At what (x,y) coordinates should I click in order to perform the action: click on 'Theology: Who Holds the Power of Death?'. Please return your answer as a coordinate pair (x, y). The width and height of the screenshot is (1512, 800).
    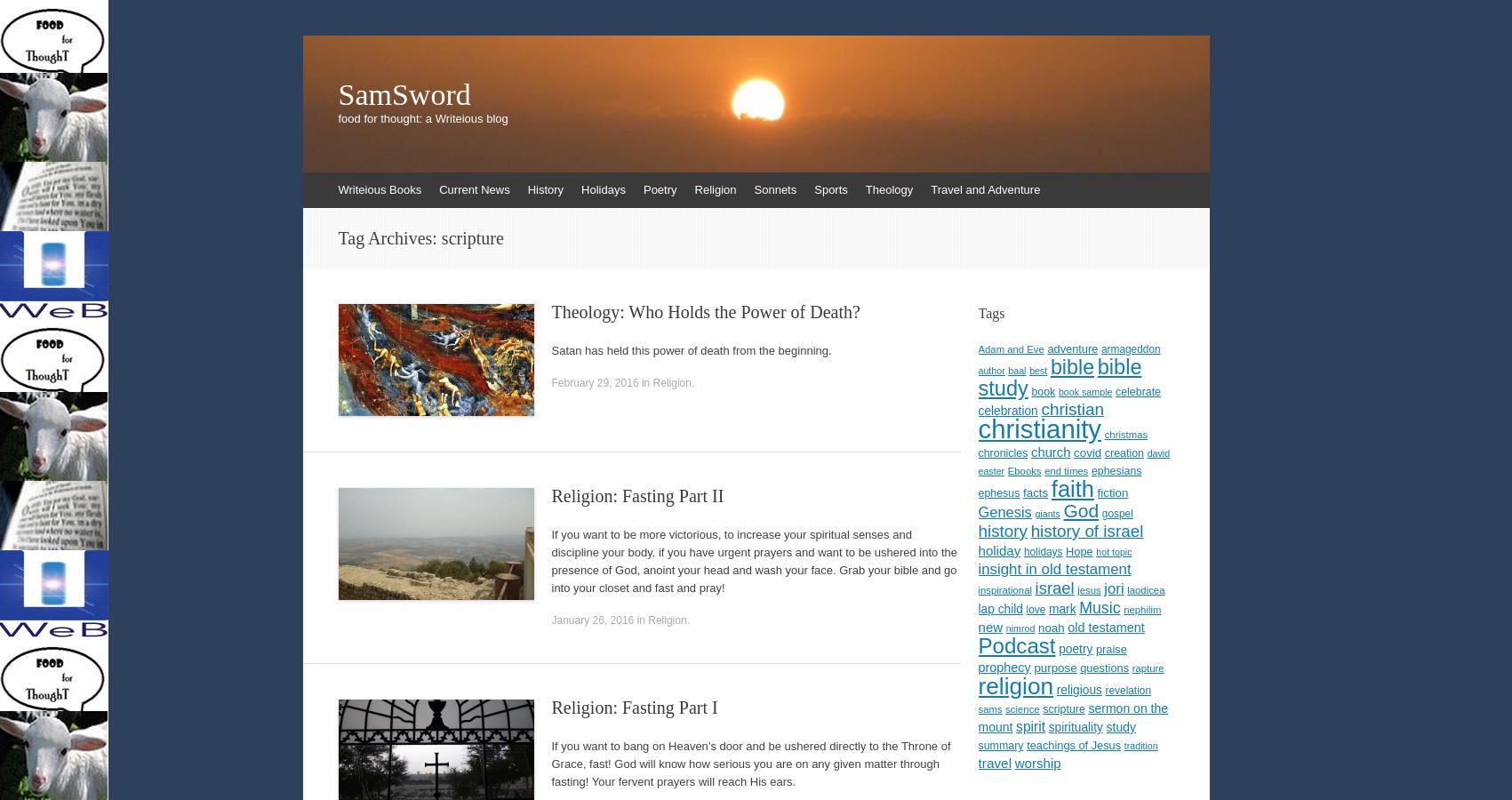
    Looking at the image, I should click on (705, 312).